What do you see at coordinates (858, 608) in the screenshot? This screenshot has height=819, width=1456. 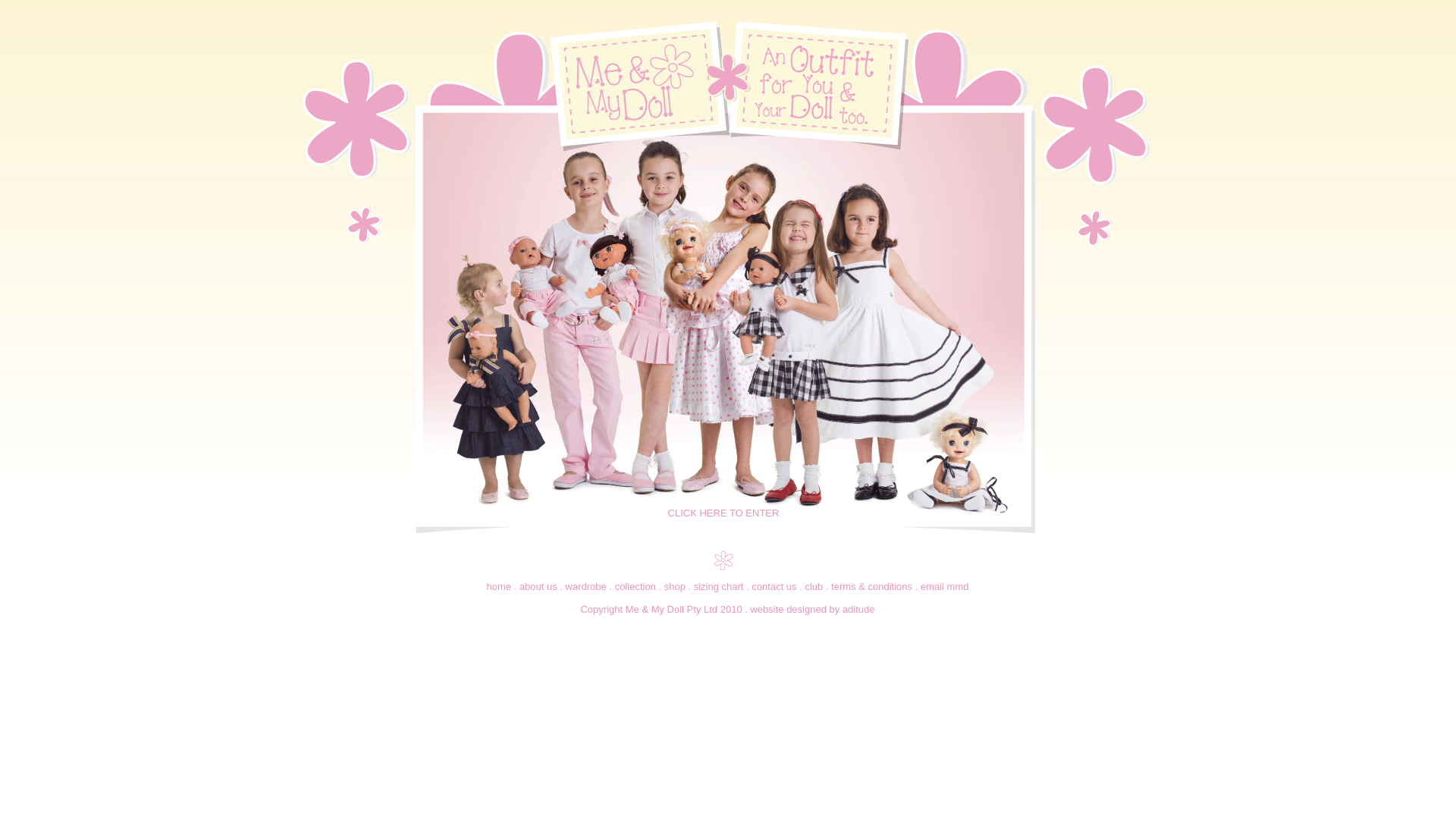 I see `'aditude'` at bounding box center [858, 608].